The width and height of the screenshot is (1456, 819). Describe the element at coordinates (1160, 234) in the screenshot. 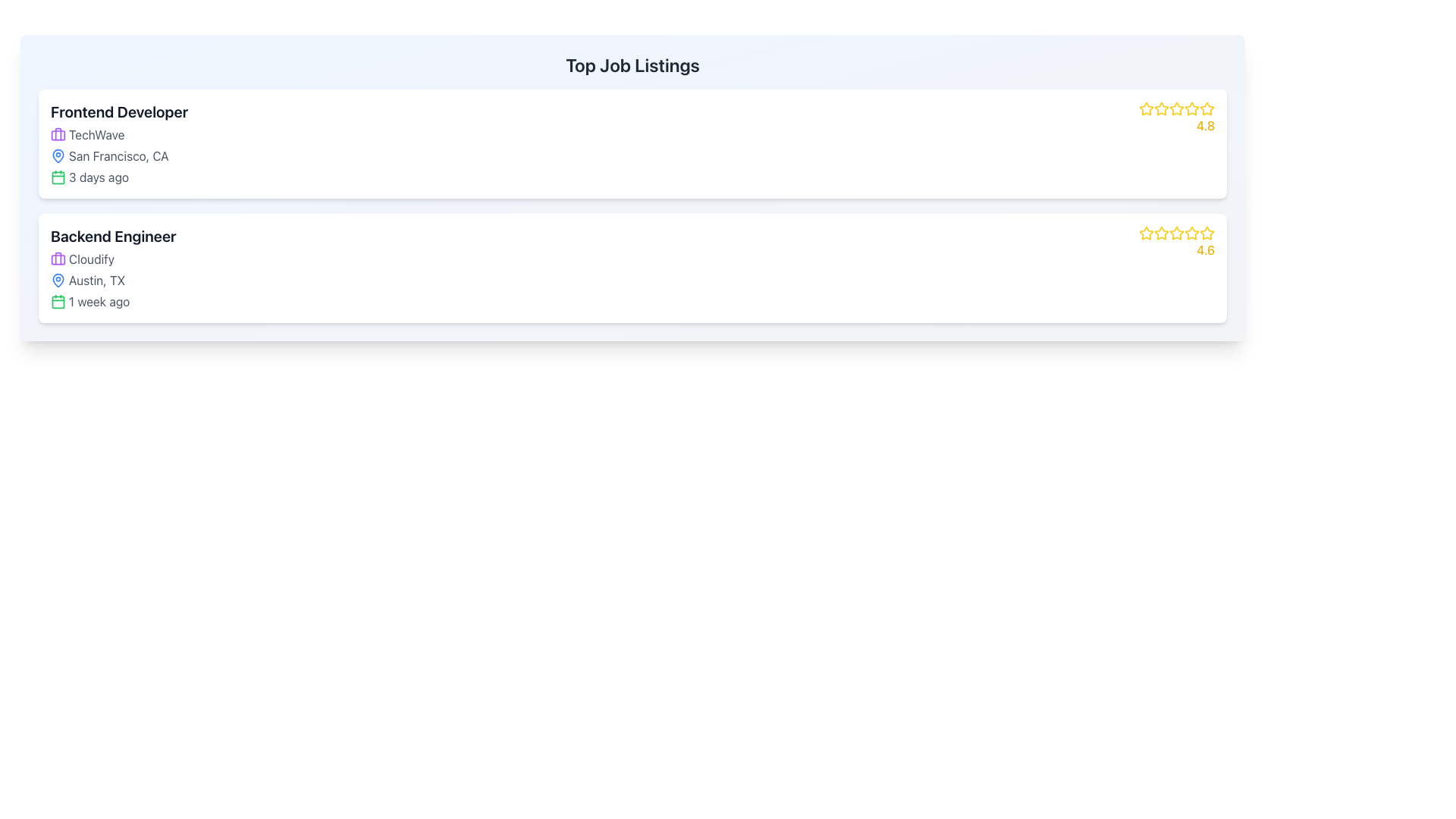

I see `the third yellow star icon in the rating system of the job listing` at that location.